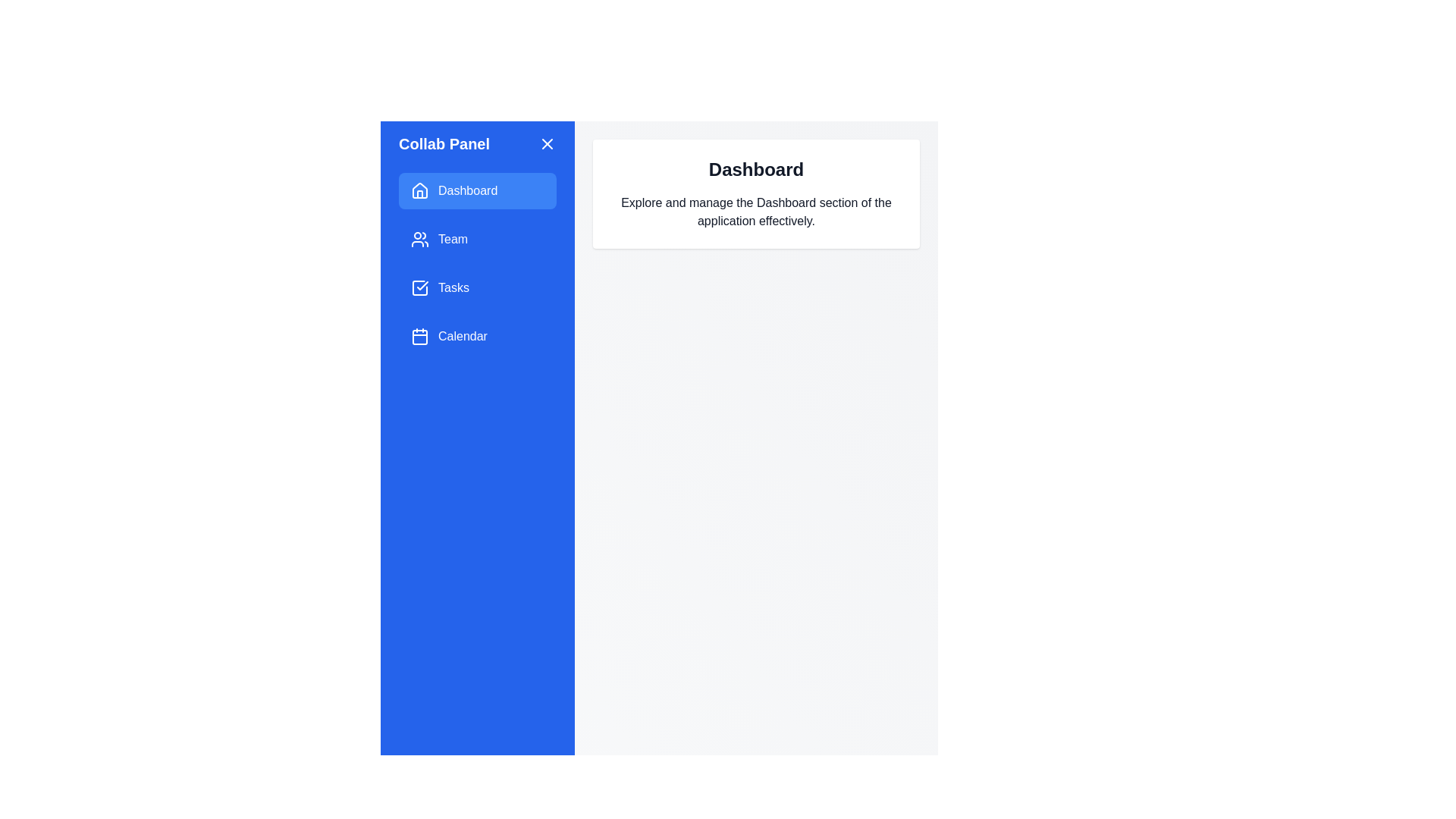 This screenshot has width=1456, height=819. I want to click on the close button in the side drawer to toggle its visibility, so click(546, 143).